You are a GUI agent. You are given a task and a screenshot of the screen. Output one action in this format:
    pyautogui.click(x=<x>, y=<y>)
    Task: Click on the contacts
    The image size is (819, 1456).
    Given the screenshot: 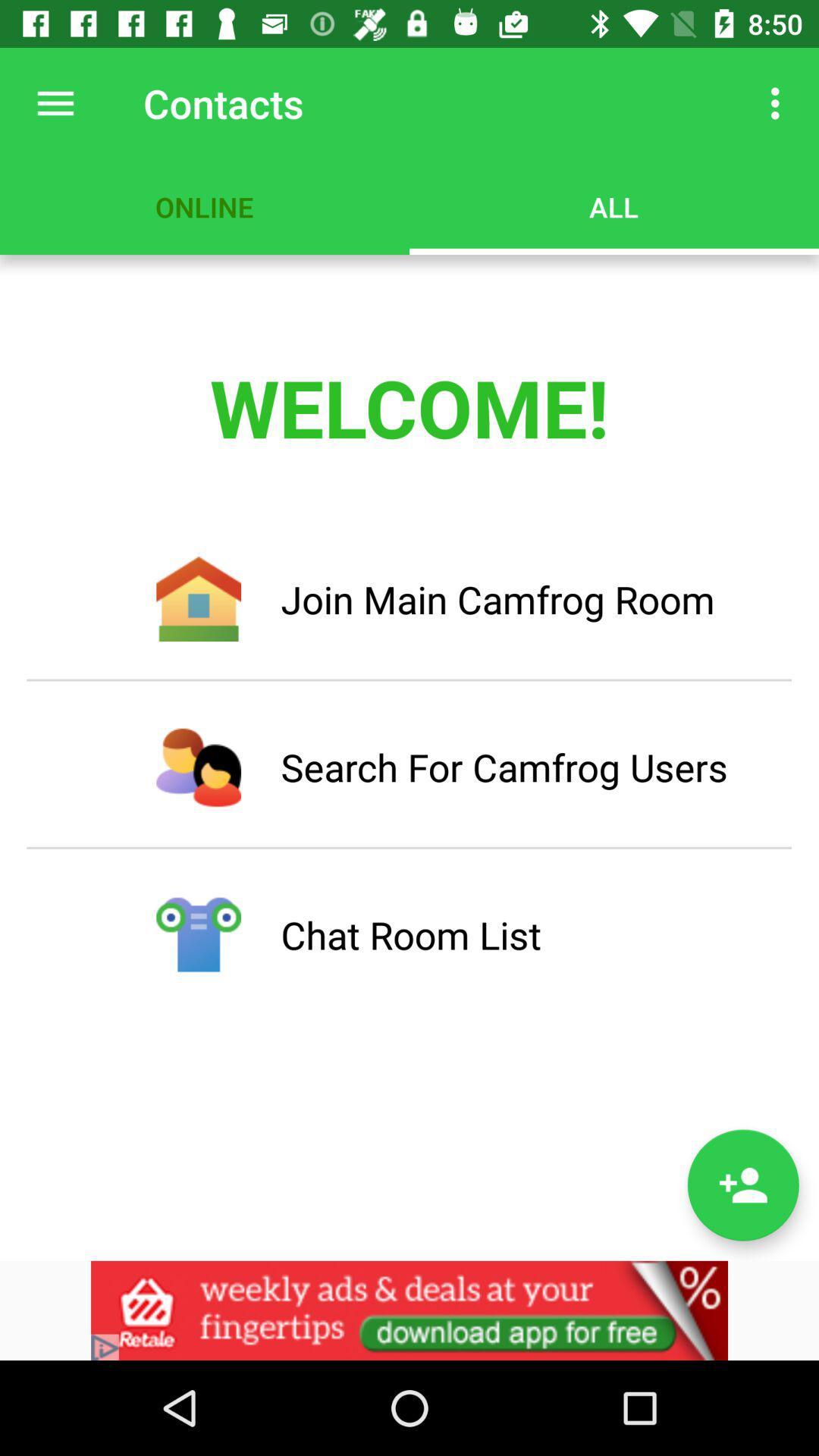 What is the action you would take?
    pyautogui.click(x=742, y=1185)
    